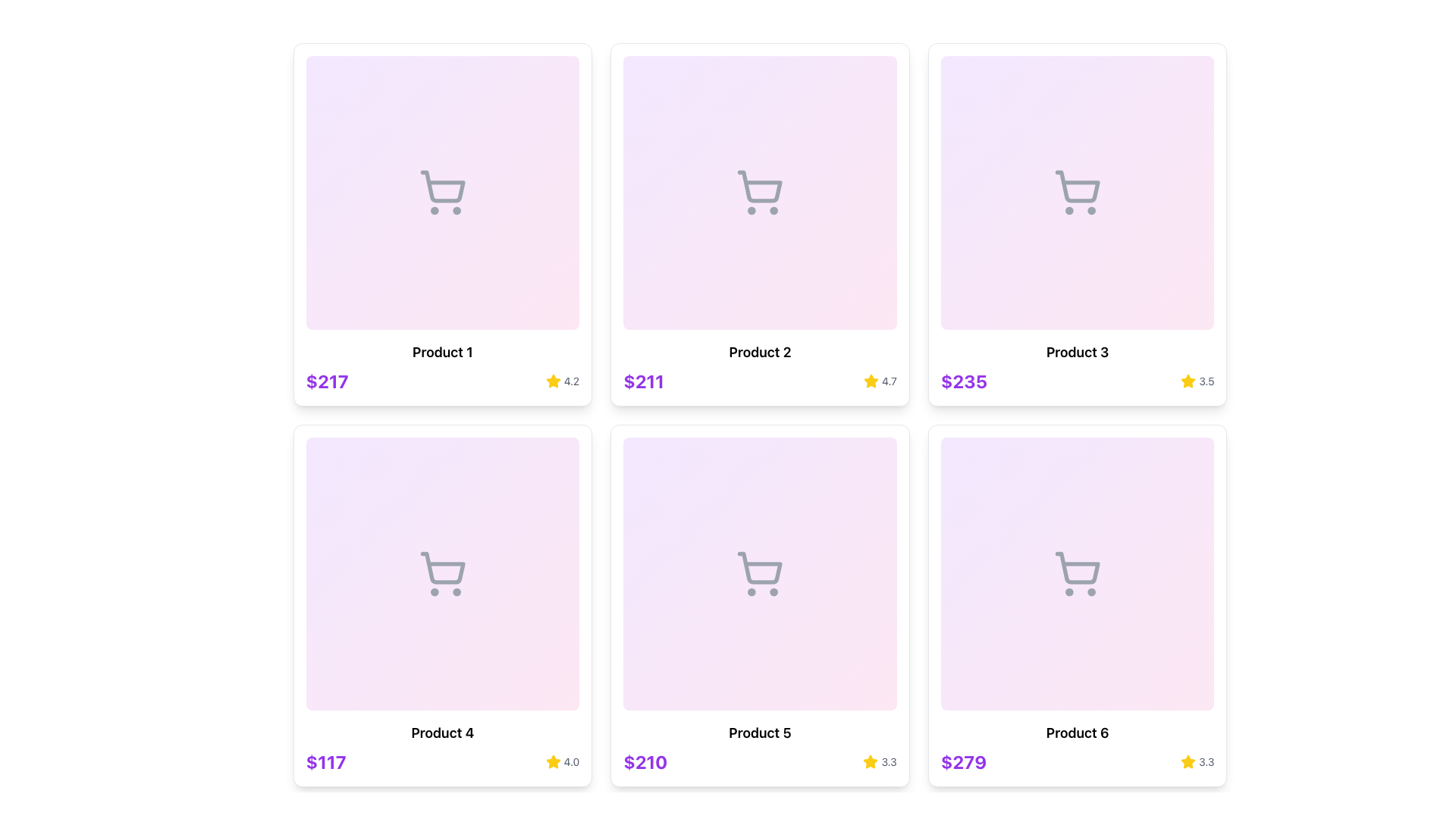 This screenshot has width=1456, height=819. I want to click on the bold numeric text displaying the price '$217' in purple color, located in the bottom-left section of the card titled 'Product 1', so click(326, 380).